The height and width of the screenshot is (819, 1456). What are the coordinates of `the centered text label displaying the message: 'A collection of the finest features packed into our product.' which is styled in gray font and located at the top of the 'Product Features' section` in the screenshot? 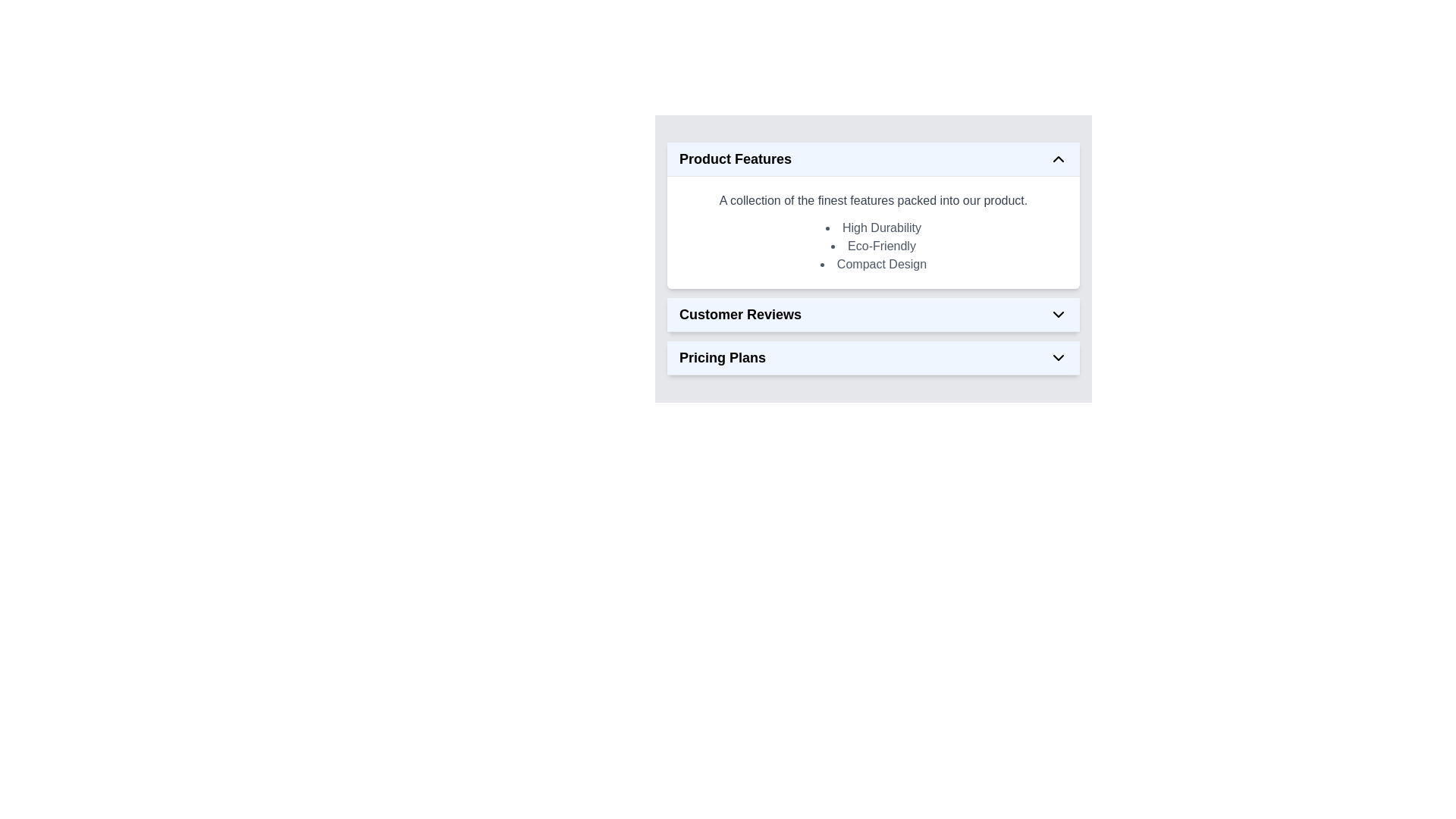 It's located at (874, 200).